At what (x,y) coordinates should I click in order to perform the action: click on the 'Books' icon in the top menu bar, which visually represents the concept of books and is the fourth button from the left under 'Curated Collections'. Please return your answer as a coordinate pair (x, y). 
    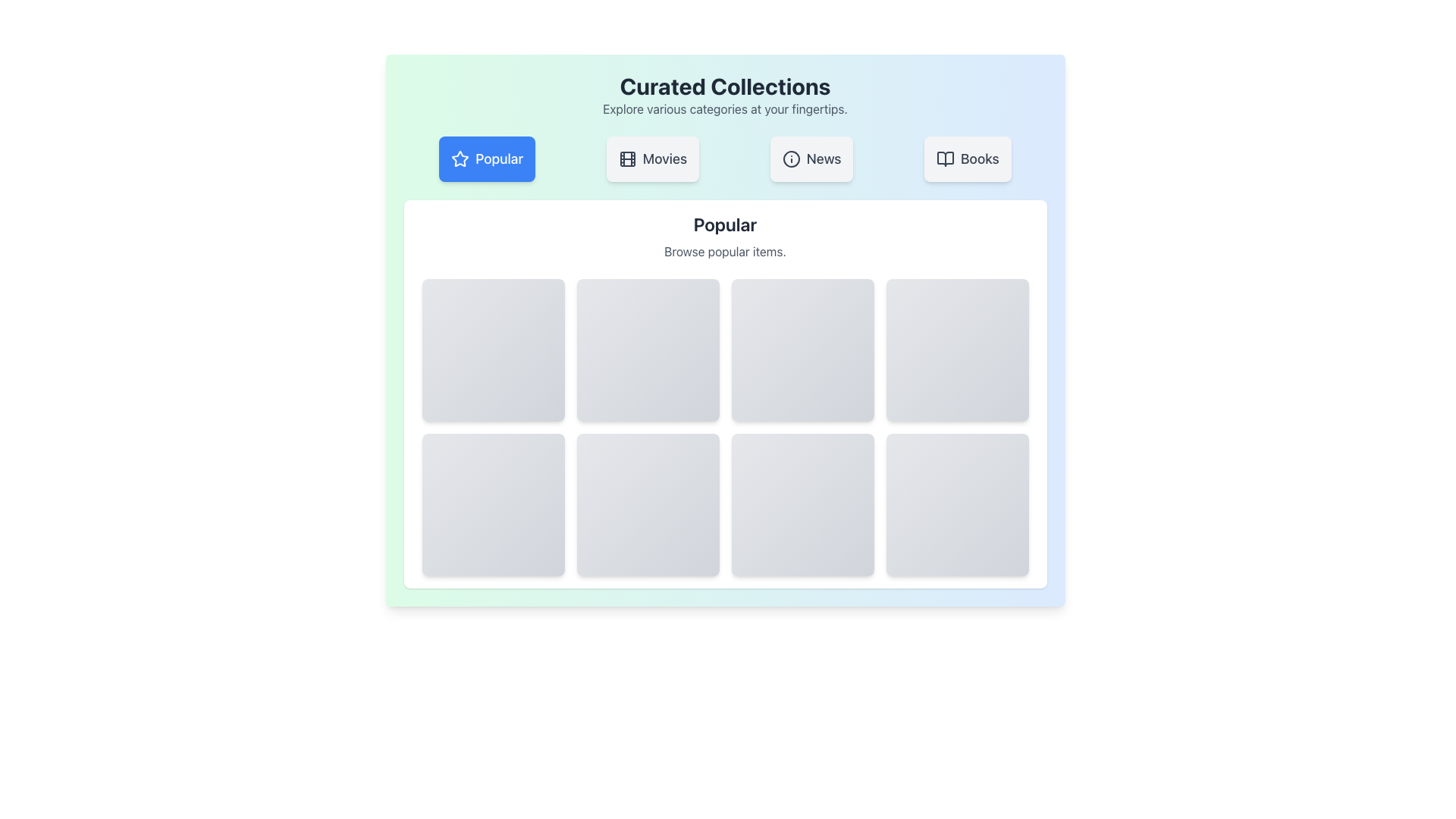
    Looking at the image, I should click on (945, 158).